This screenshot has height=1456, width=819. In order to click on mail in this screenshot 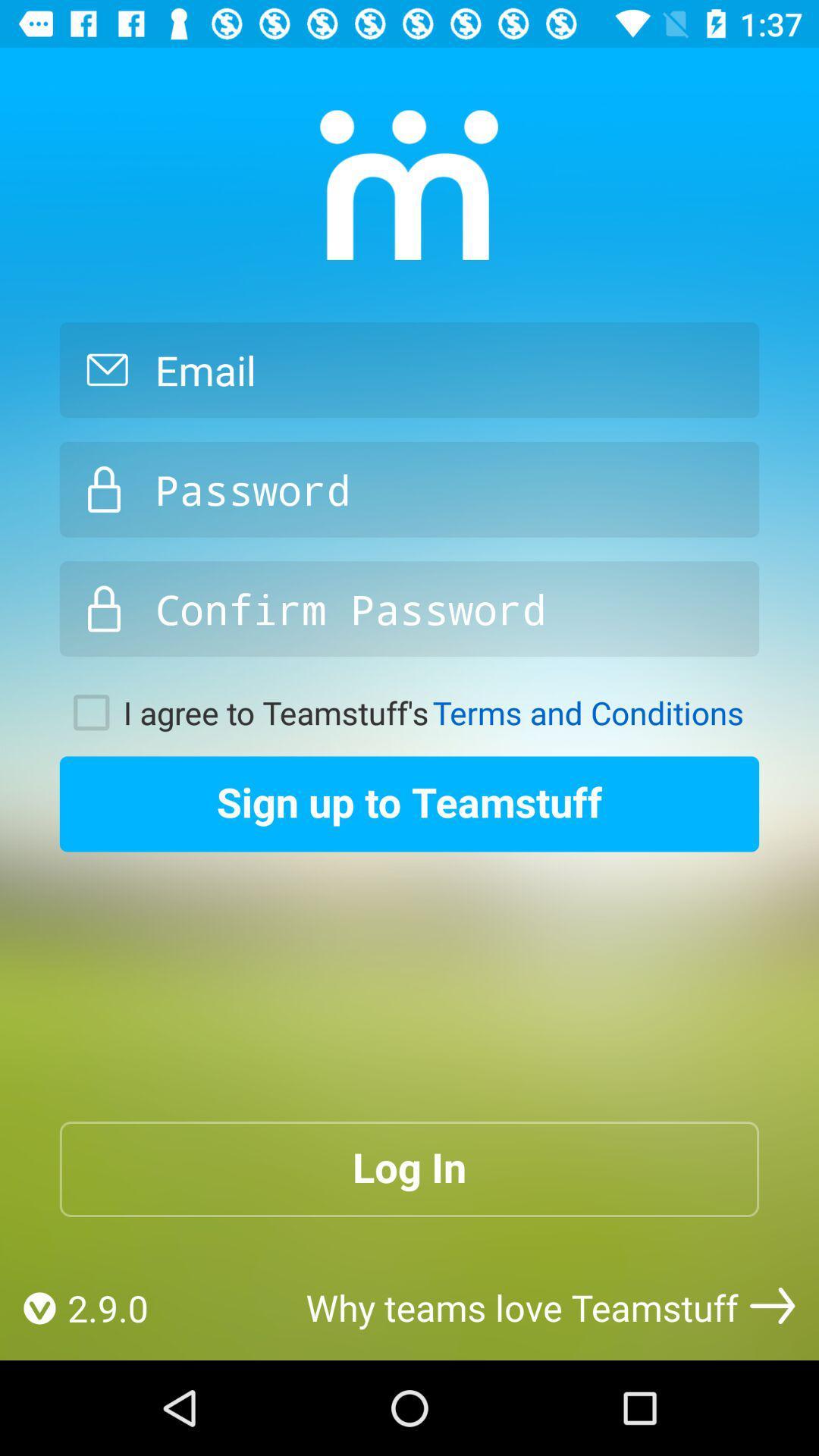, I will do `click(409, 370)`.